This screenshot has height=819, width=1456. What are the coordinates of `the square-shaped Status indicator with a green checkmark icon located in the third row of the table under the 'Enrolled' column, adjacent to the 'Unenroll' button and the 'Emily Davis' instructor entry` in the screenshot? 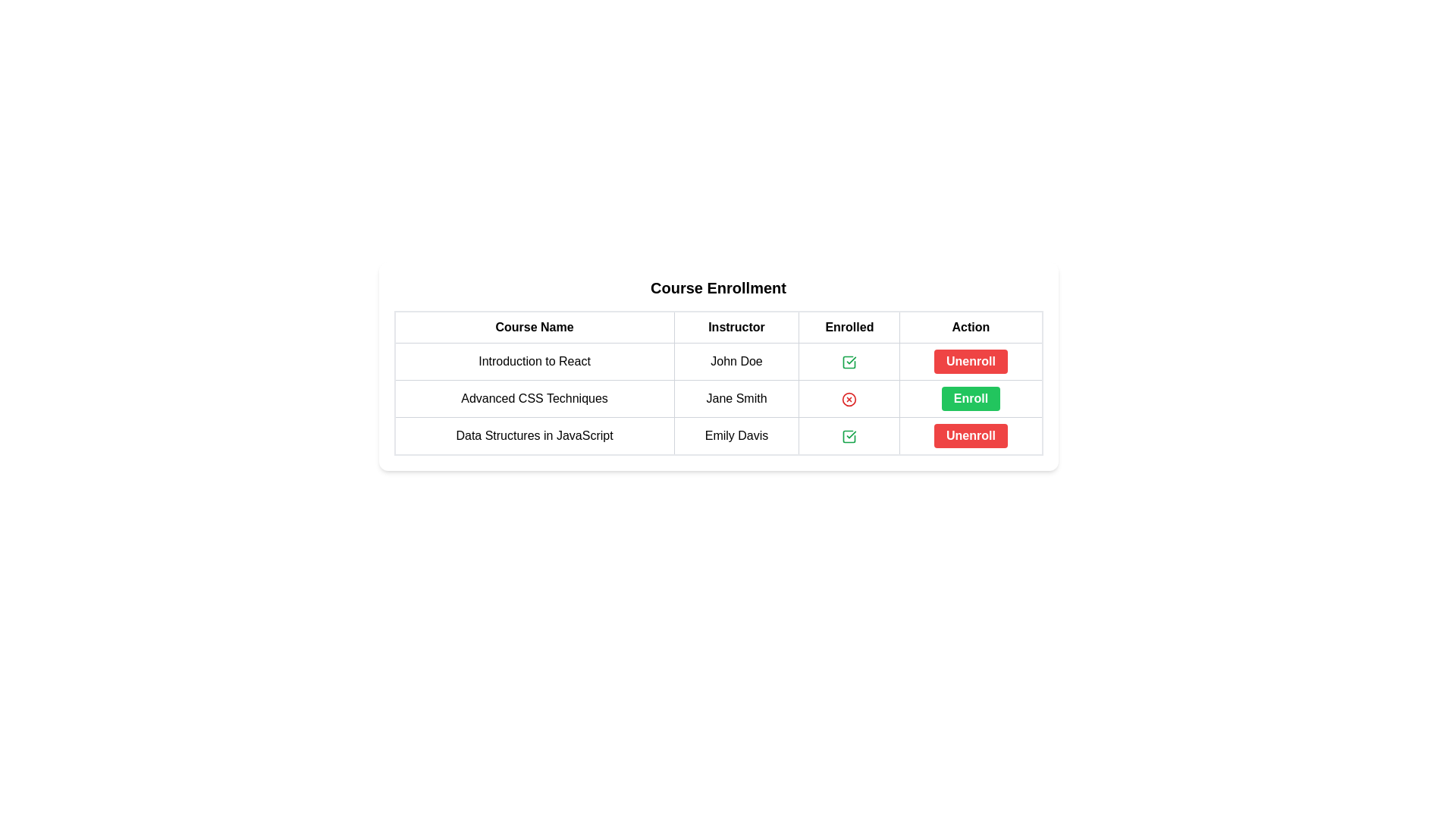 It's located at (849, 436).